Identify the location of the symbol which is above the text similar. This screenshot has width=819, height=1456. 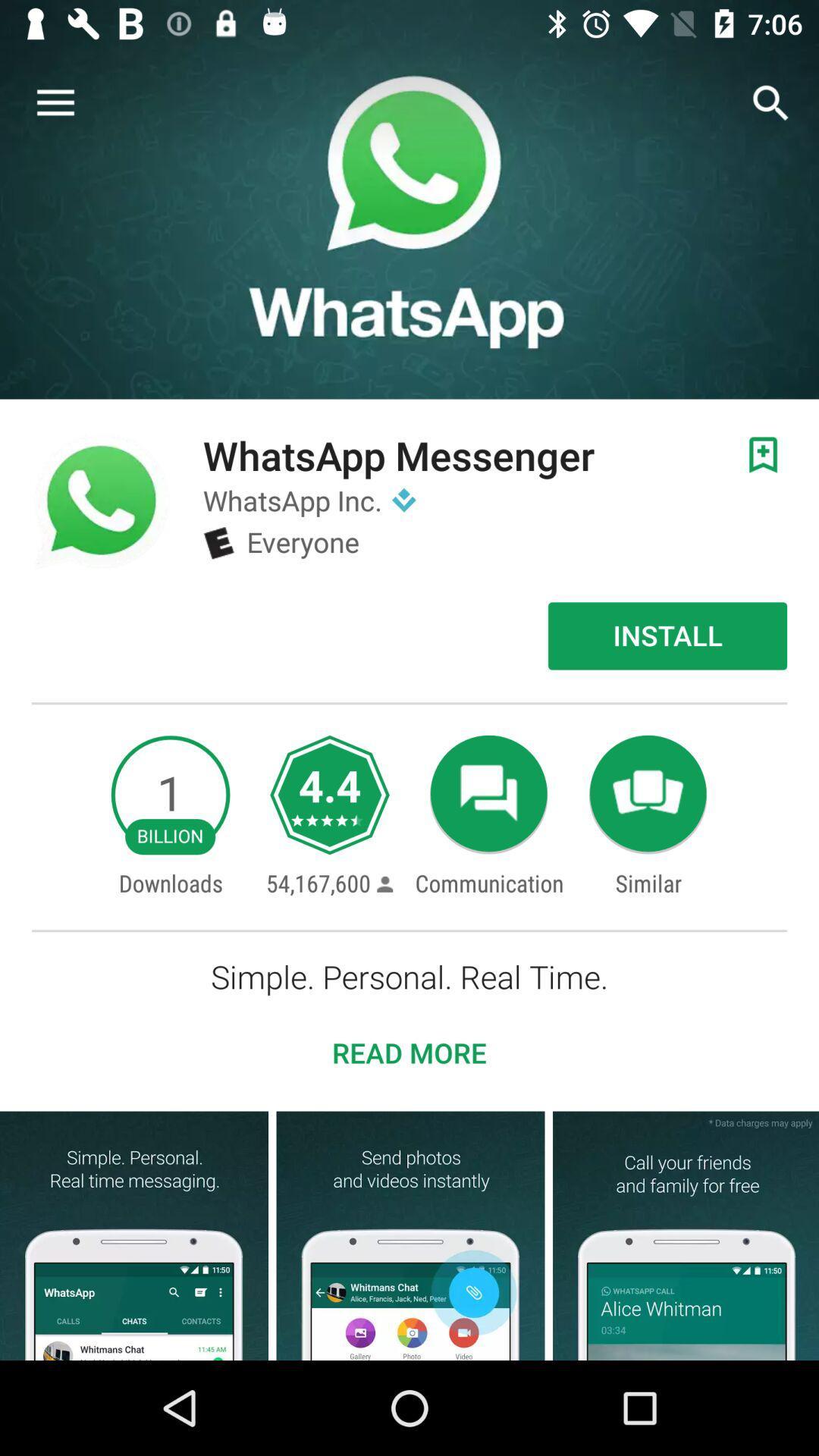
(648, 794).